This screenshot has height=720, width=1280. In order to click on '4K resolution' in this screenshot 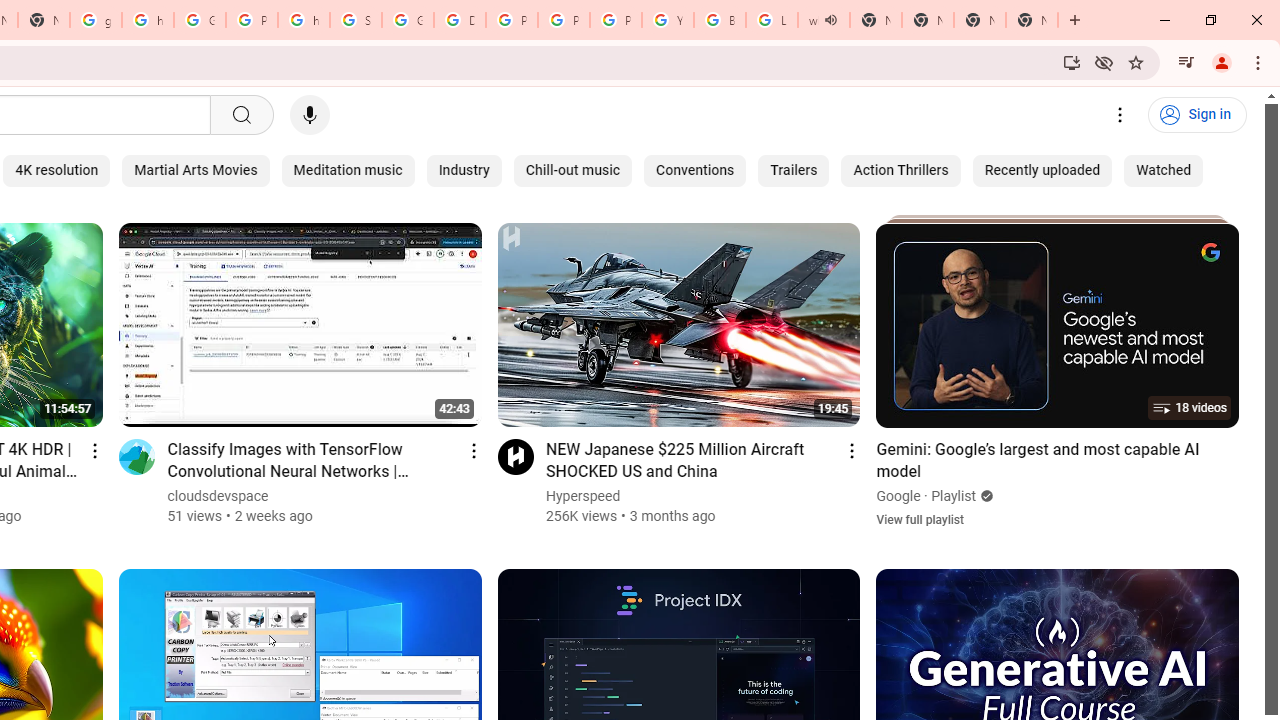, I will do `click(56, 170)`.